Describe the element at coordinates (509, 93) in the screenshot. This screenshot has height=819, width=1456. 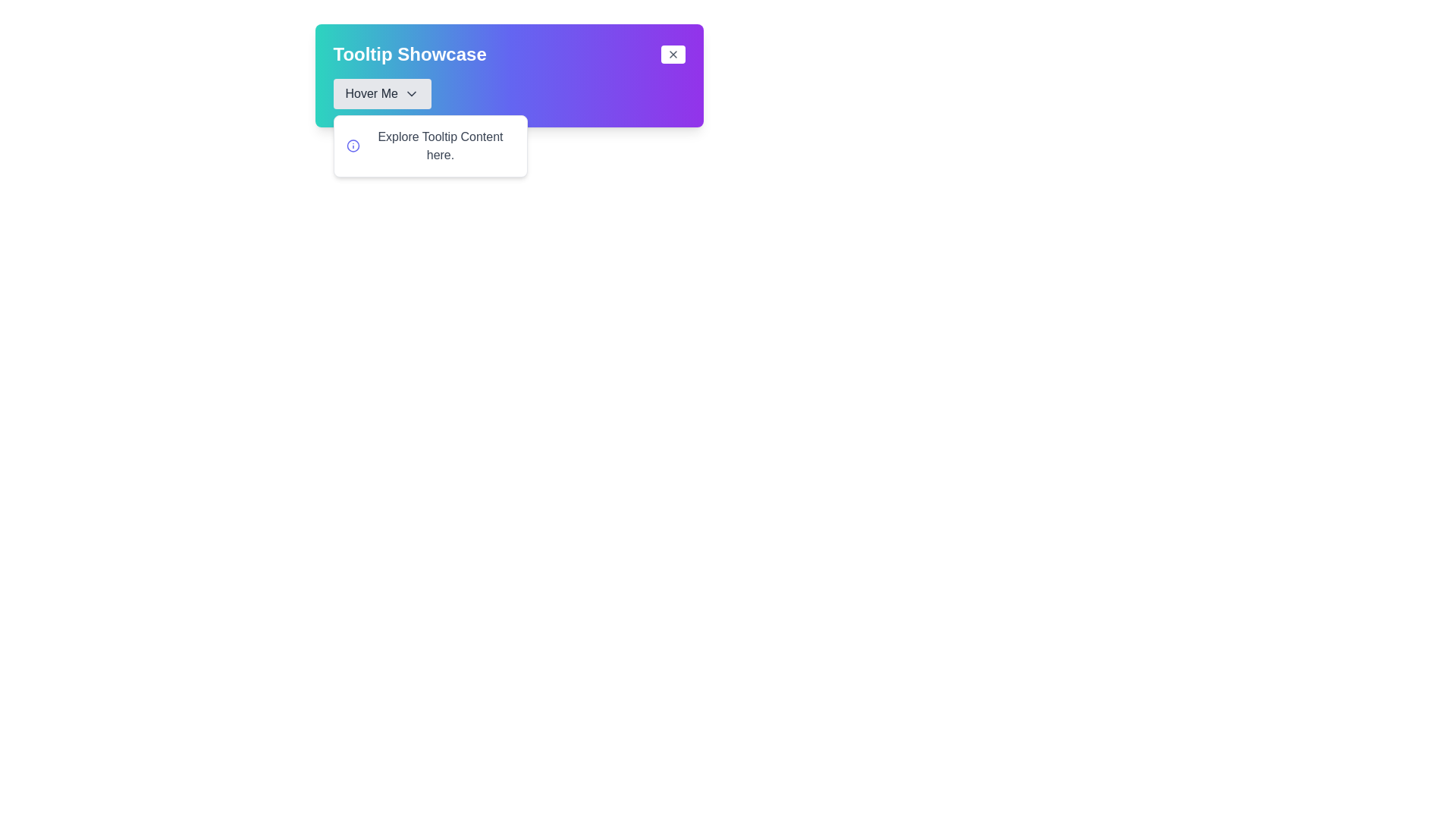
I see `the Interactive Button Group located centered horizontally within the card under the title 'Tooltip Showcase'` at that location.